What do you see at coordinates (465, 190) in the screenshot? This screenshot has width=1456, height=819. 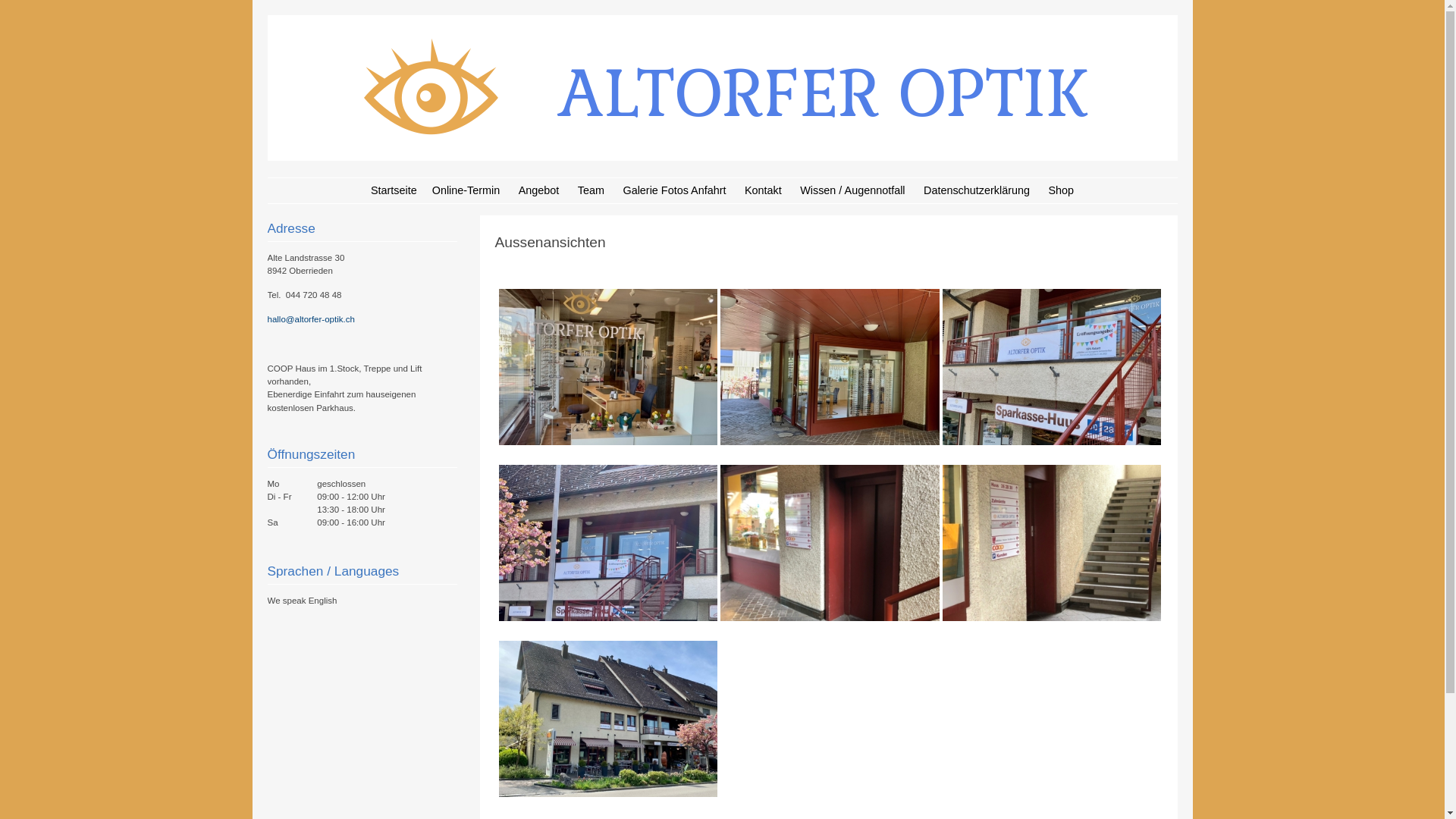 I see `'Online-Termin'` at bounding box center [465, 190].